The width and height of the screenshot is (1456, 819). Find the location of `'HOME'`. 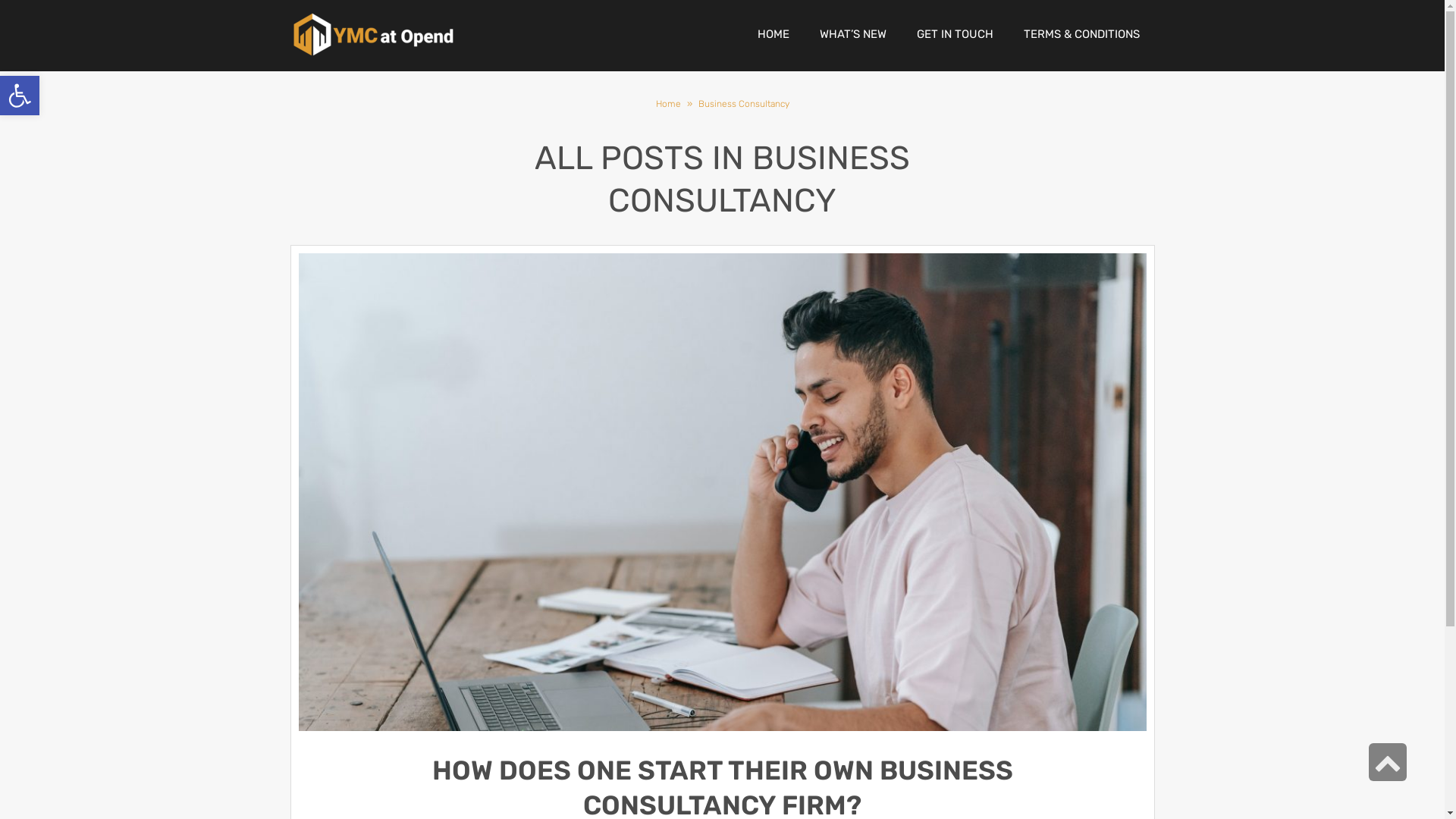

'HOME' is located at coordinates (772, 34).